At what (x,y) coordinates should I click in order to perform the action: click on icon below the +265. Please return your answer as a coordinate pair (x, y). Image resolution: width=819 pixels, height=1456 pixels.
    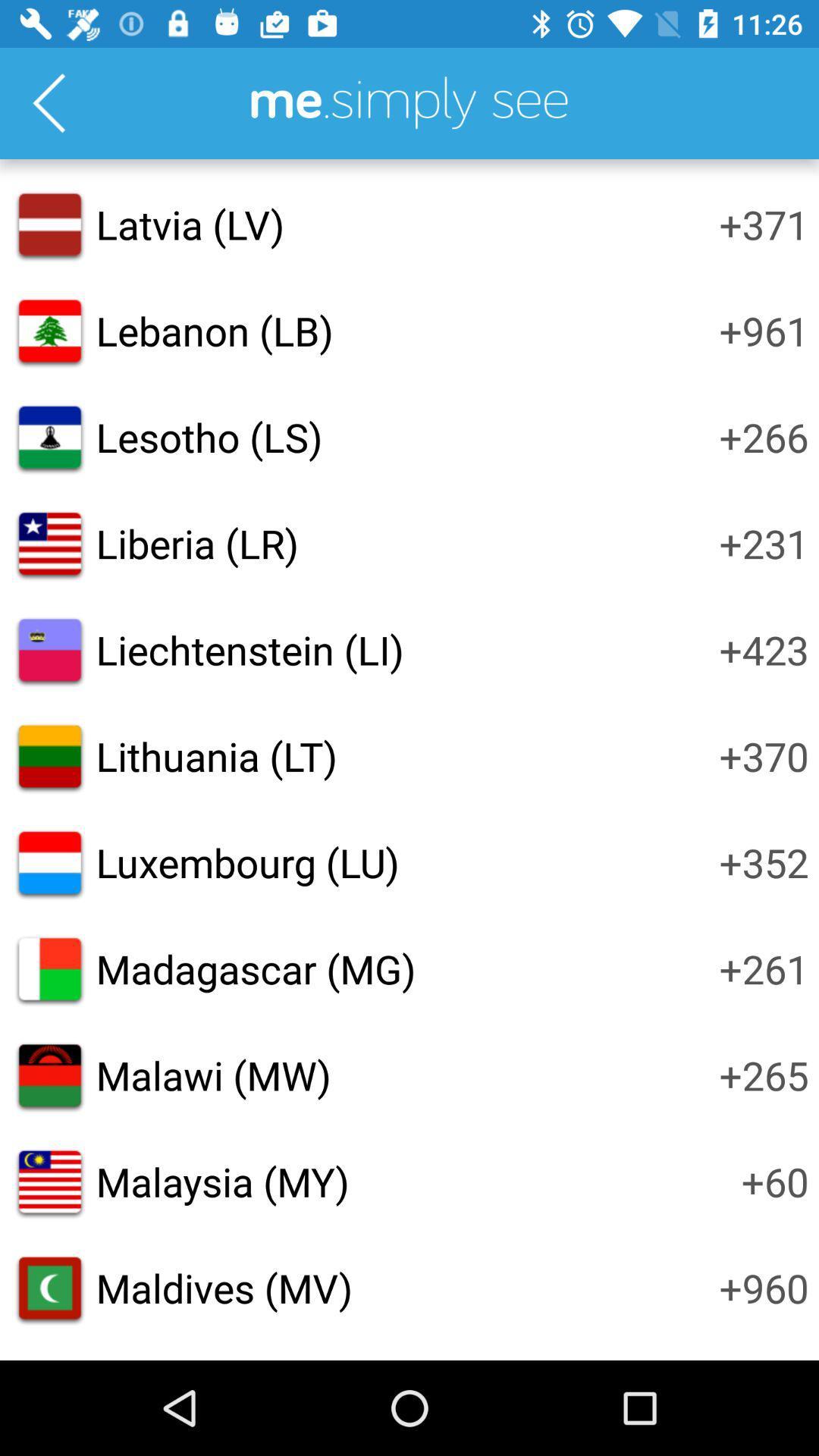
    Looking at the image, I should click on (775, 1181).